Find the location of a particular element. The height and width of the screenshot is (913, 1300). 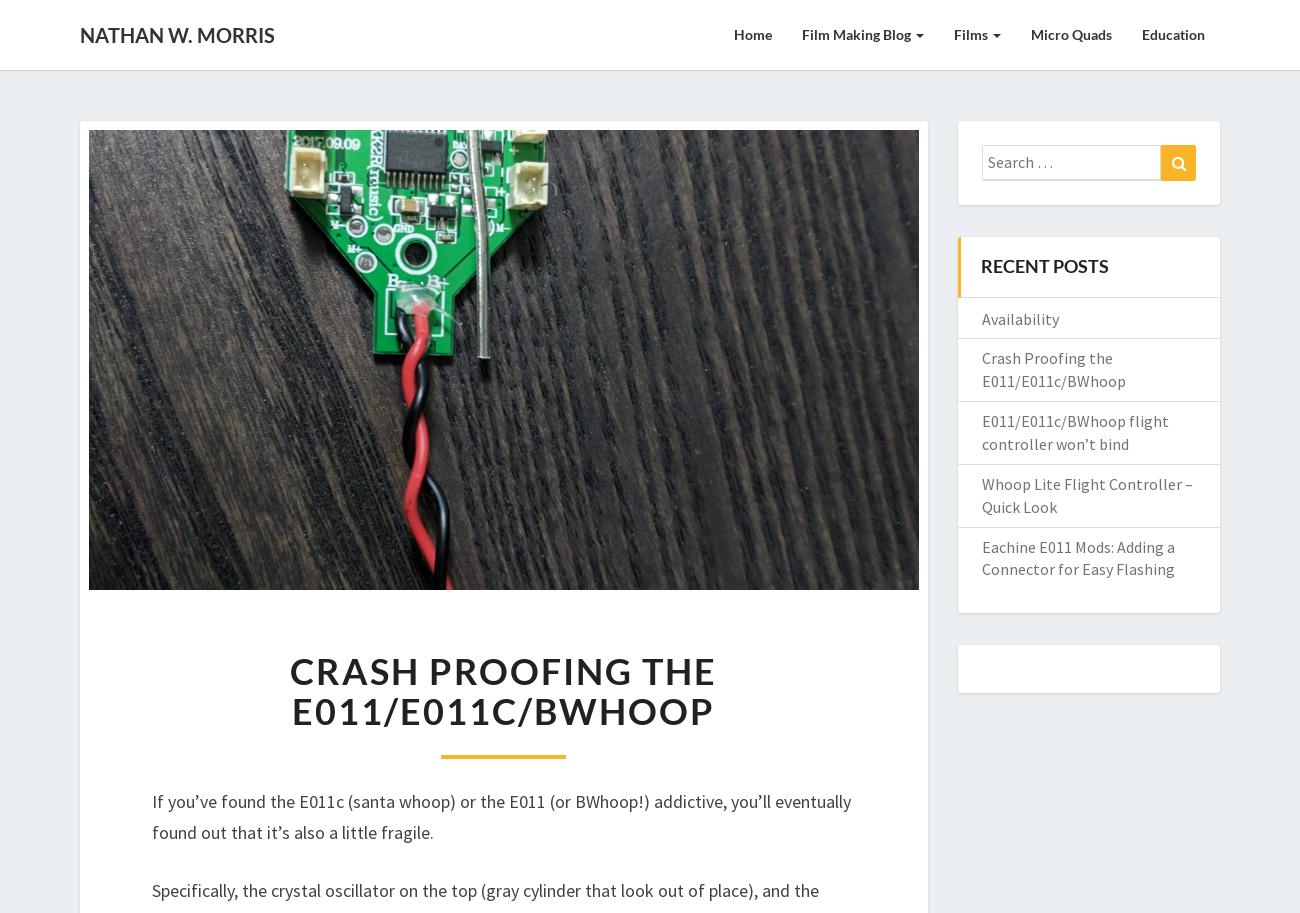

'Availability' is located at coordinates (1018, 316).